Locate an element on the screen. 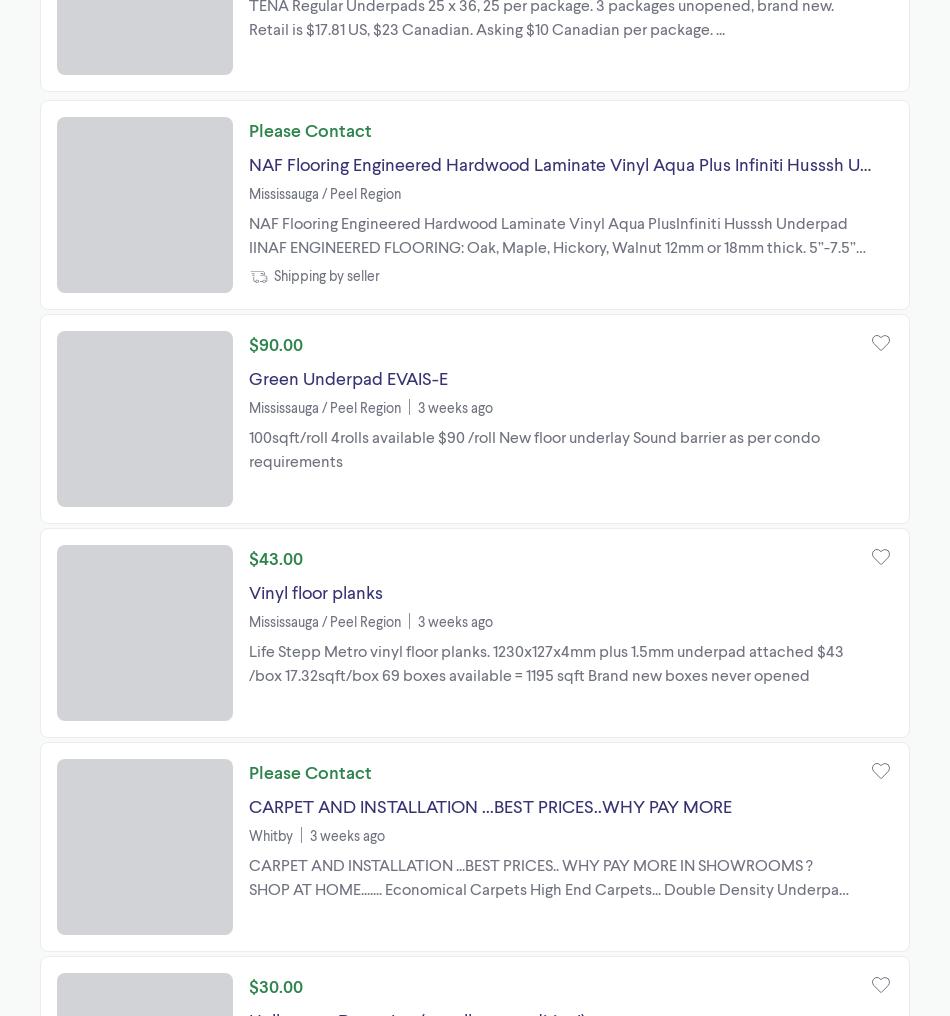 The image size is (950, 1016). 'Life Stepp Metro vinyl floor planks. 1230x127x4mm plus 1.5mm underpad attached $43 /box 17.32sqft/box 69 boxes available = 1195 sqft Brand new boxes never opened' is located at coordinates (546, 660).